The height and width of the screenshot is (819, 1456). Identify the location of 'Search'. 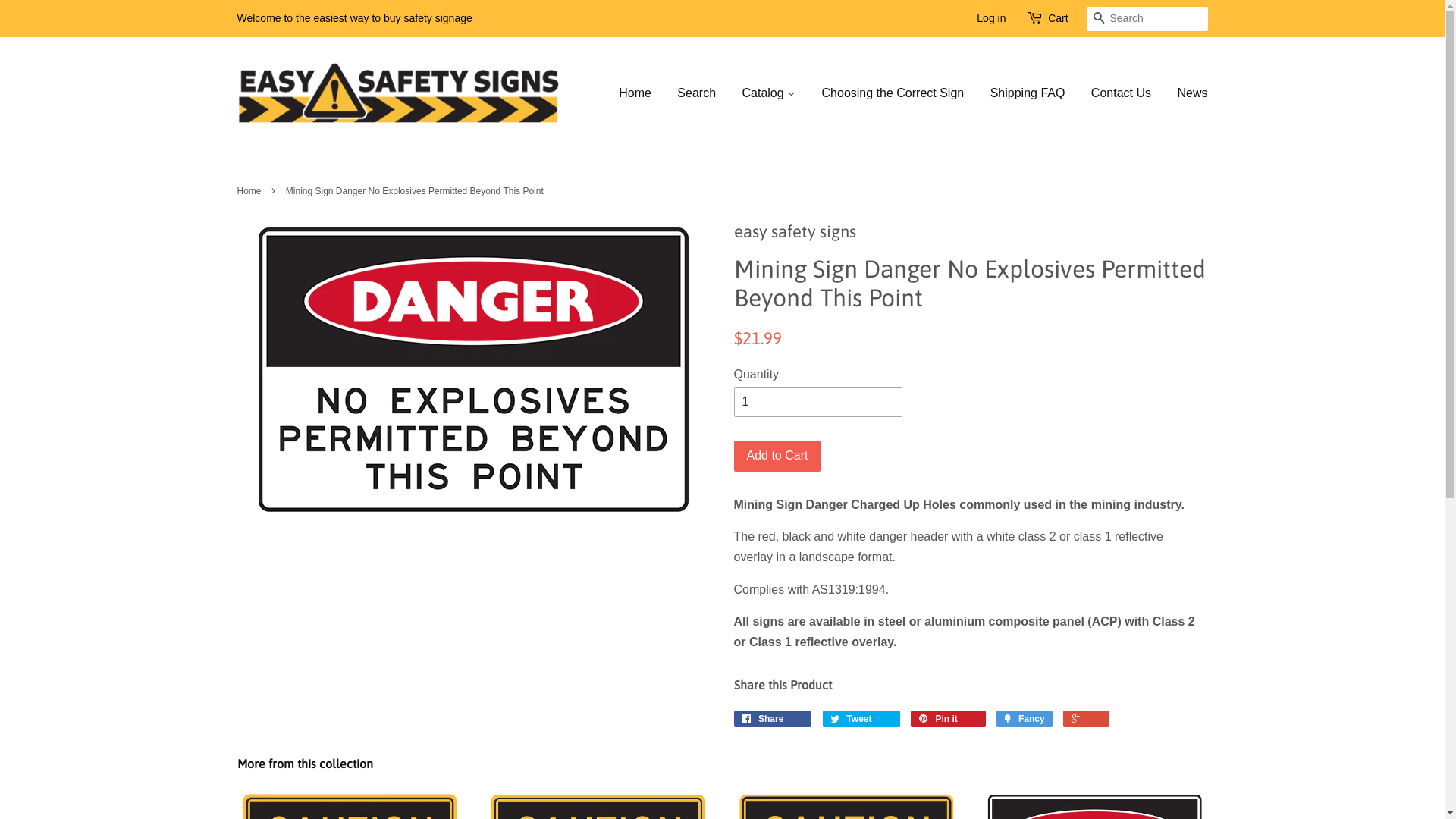
(1098, 19).